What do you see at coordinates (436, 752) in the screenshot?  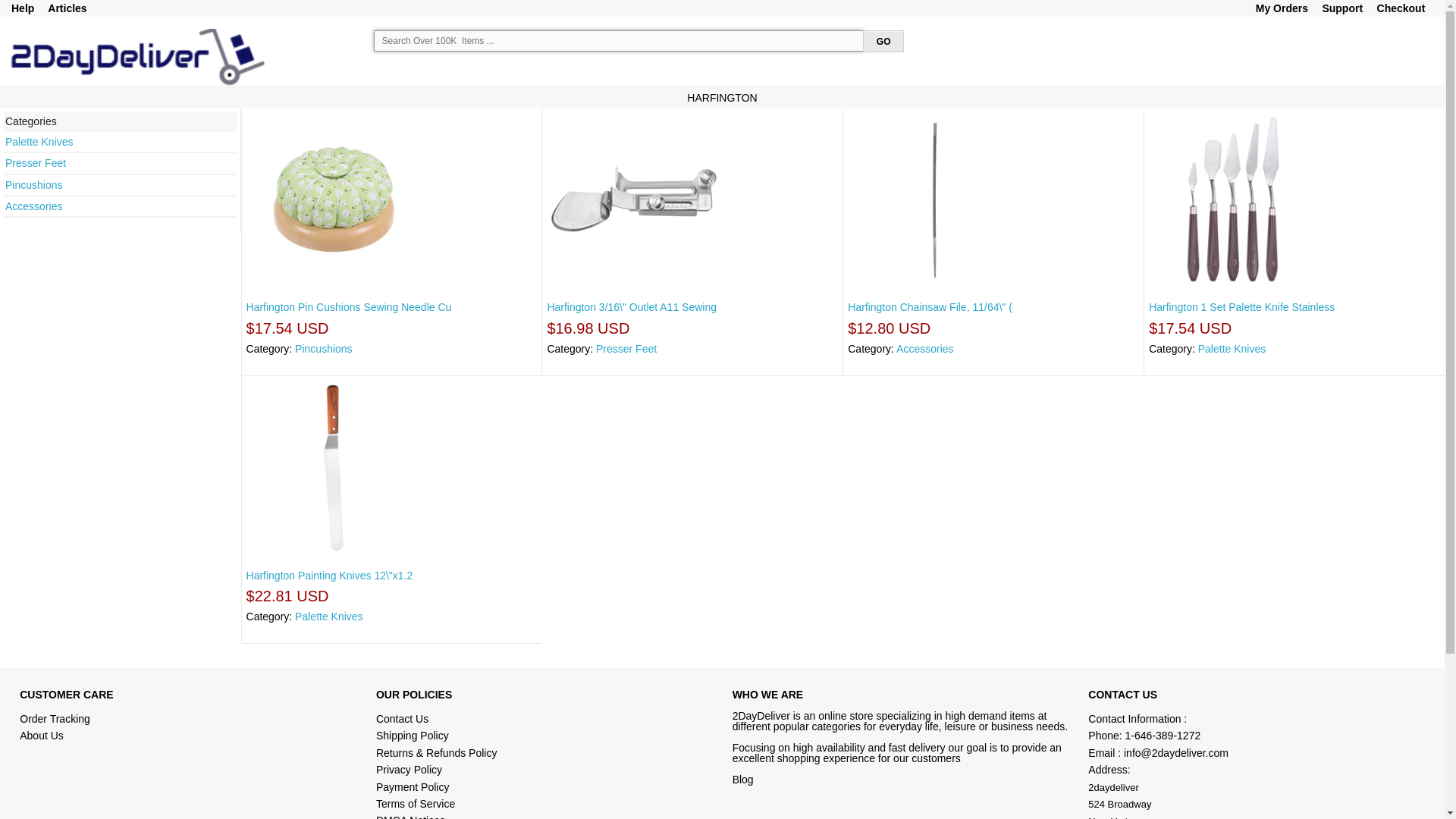 I see `'Returns & Refunds Policy'` at bounding box center [436, 752].